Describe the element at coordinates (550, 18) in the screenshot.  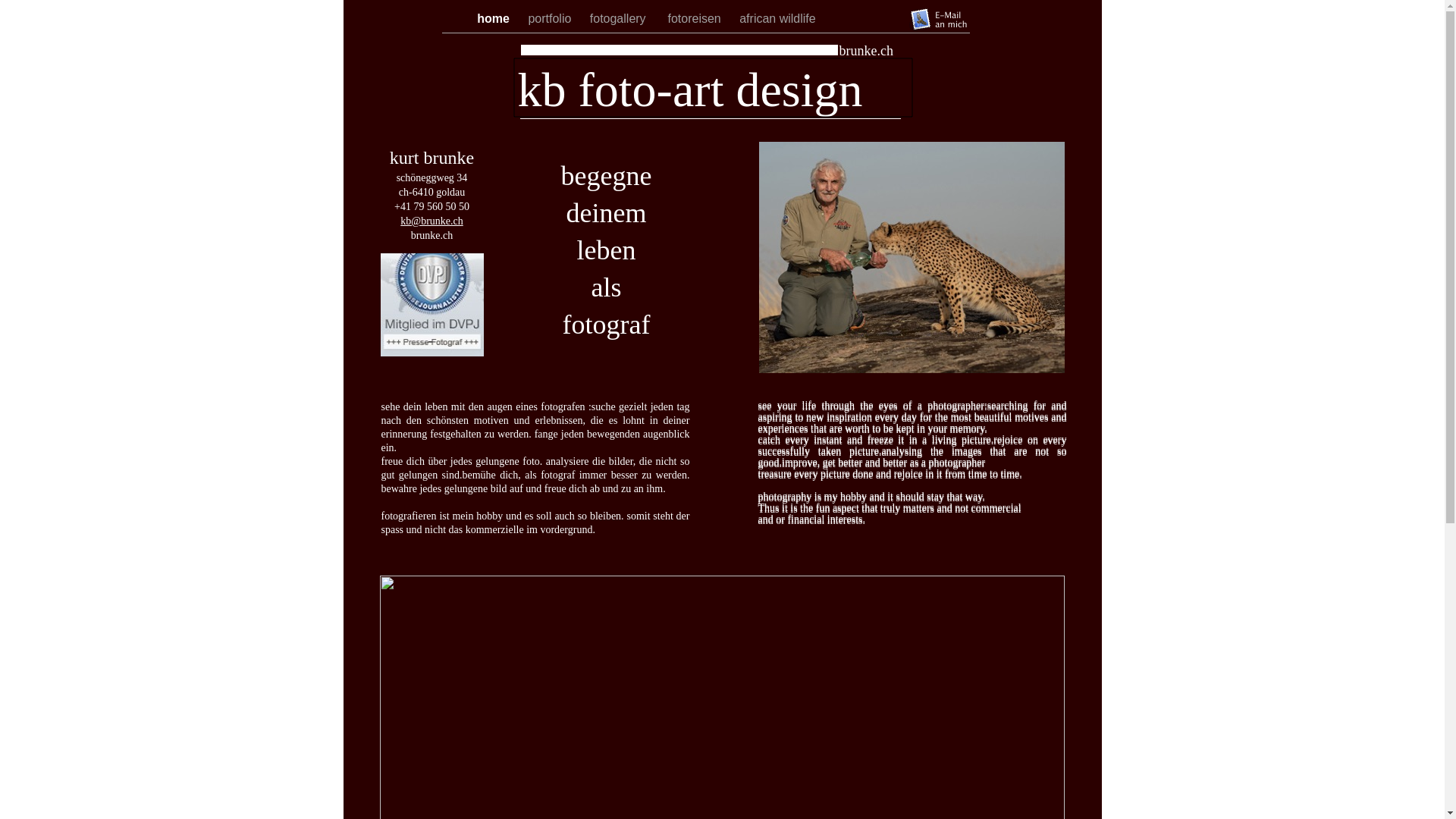
I see `'portfolio'` at that location.